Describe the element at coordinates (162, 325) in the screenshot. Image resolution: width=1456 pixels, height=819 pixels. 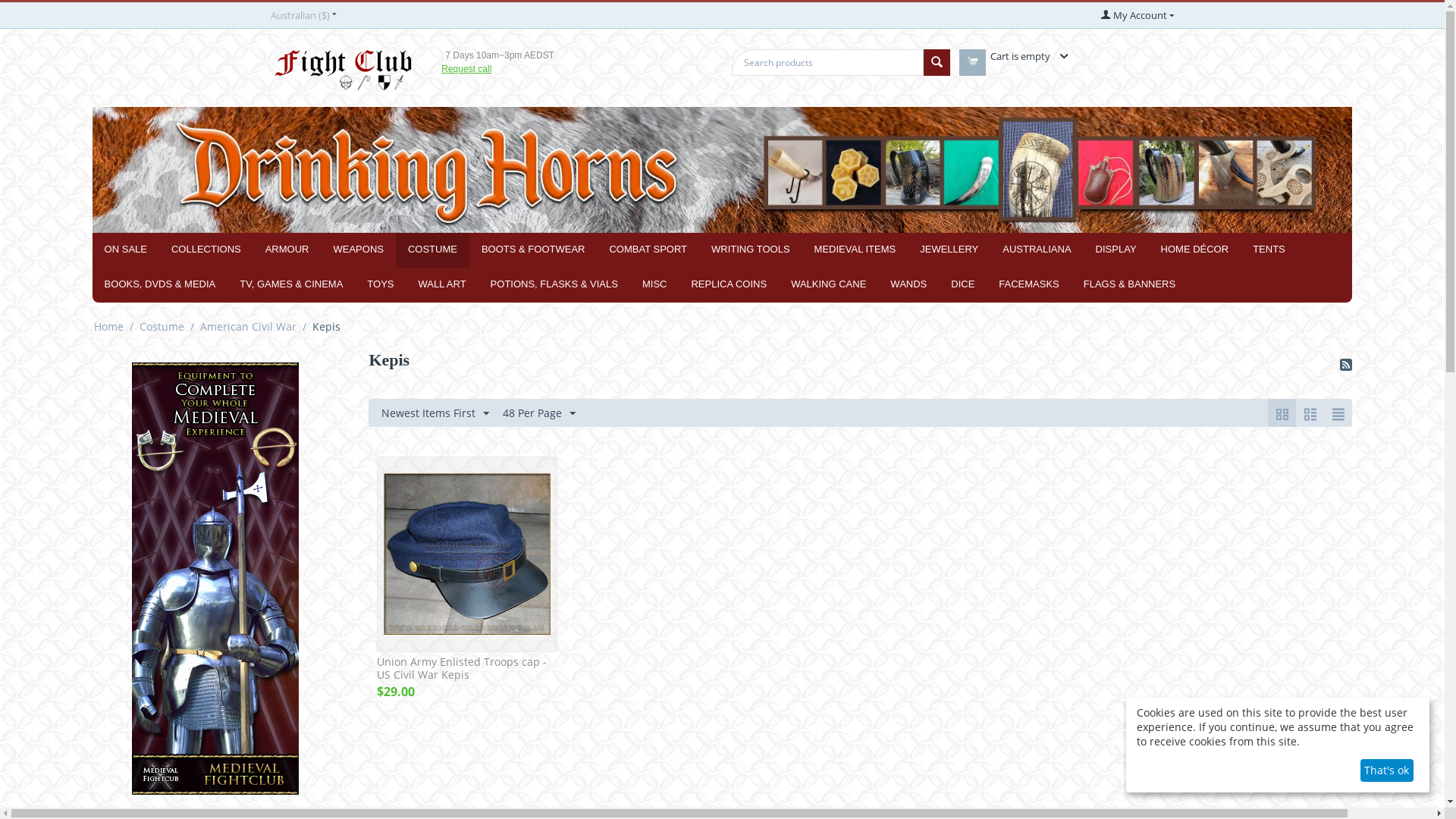
I see `'Costume'` at that location.